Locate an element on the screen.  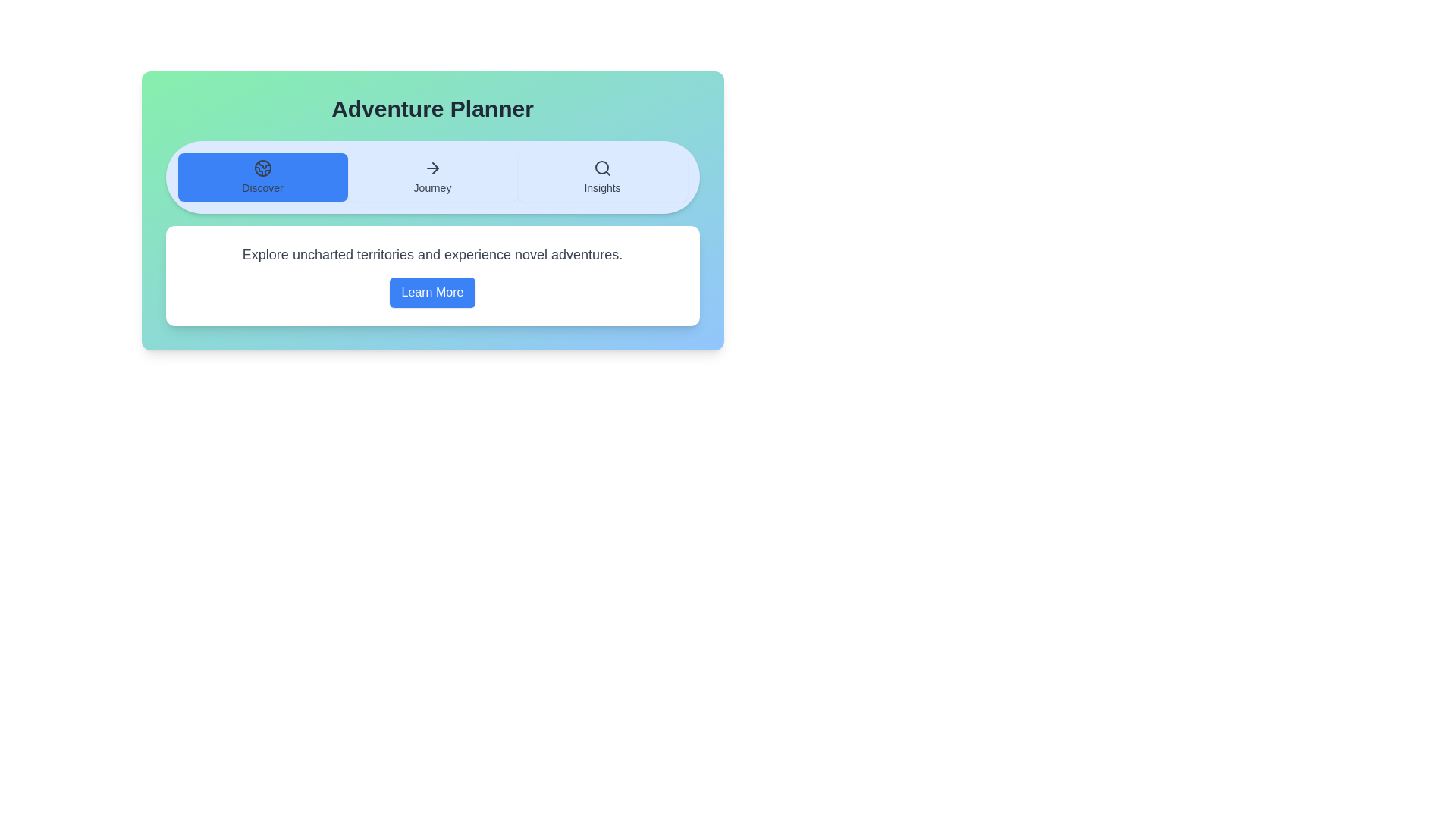
the button labeled 'Insights', which is the third button from the left with a circular search icon and a light blue background, to trigger hover effects is located at coordinates (601, 177).